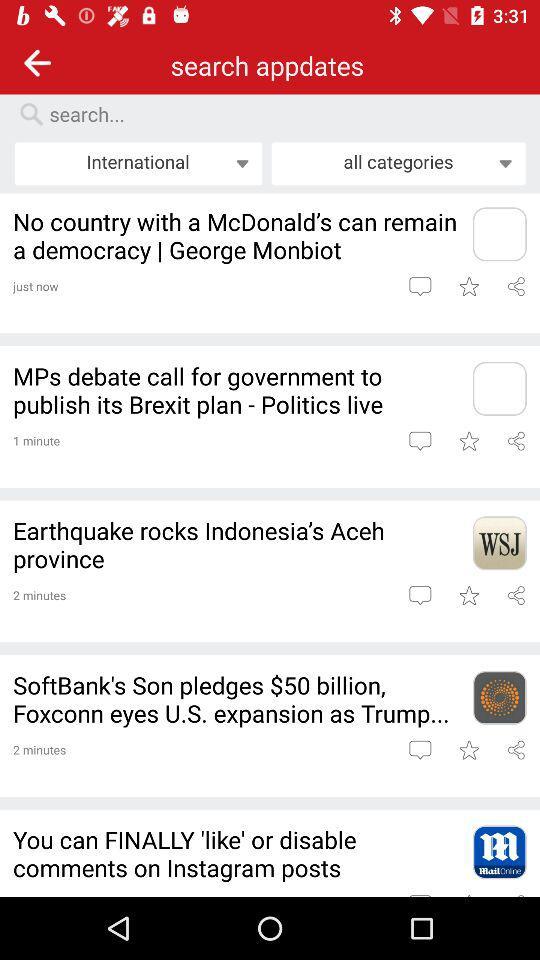 The height and width of the screenshot is (960, 540). I want to click on icon next to the international icon, so click(398, 162).